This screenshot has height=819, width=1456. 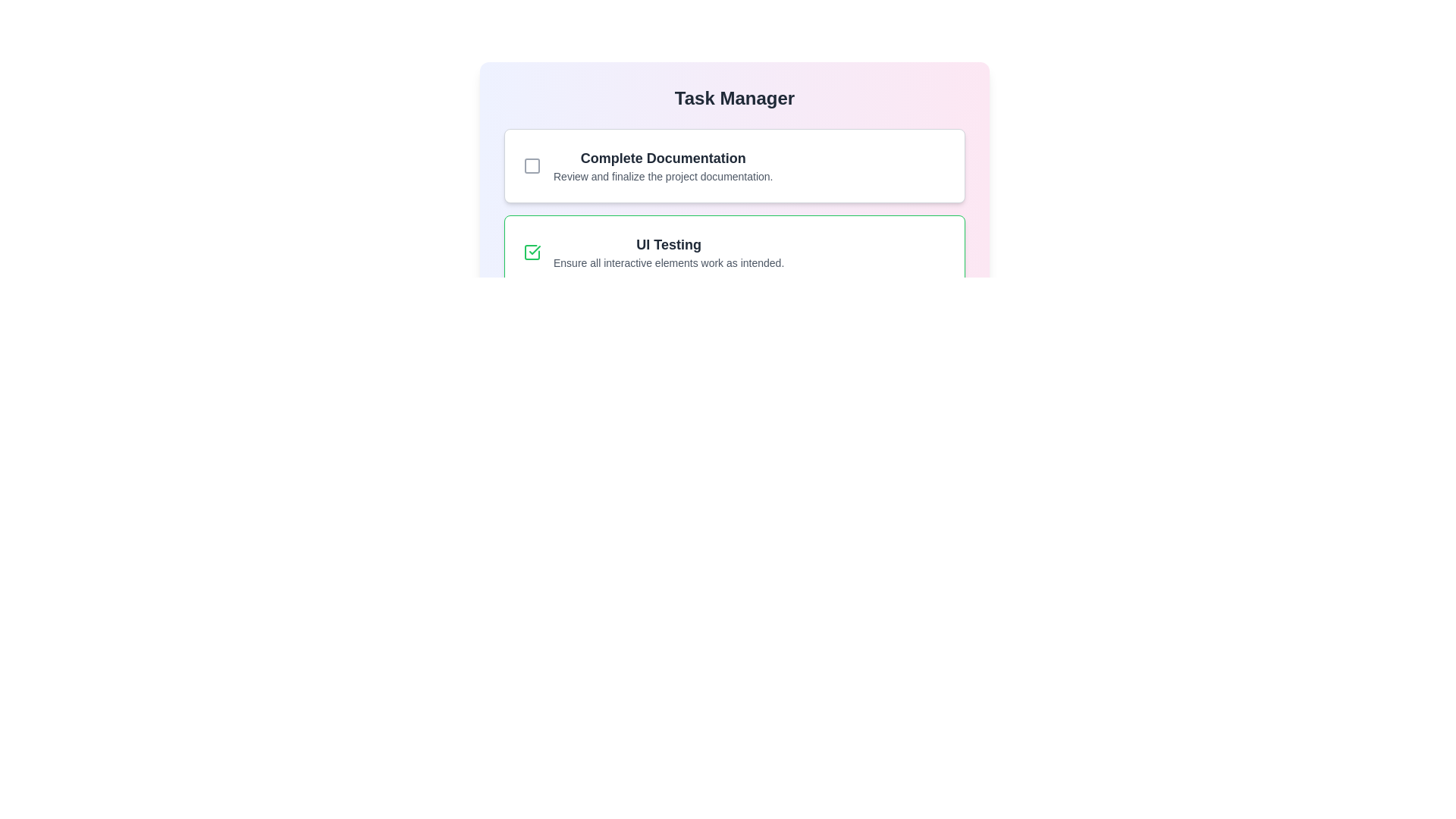 I want to click on text label providing additional details for the task titled 'Complete Documentation', positioned below the main heading in the Task Manager interface, so click(x=663, y=175).